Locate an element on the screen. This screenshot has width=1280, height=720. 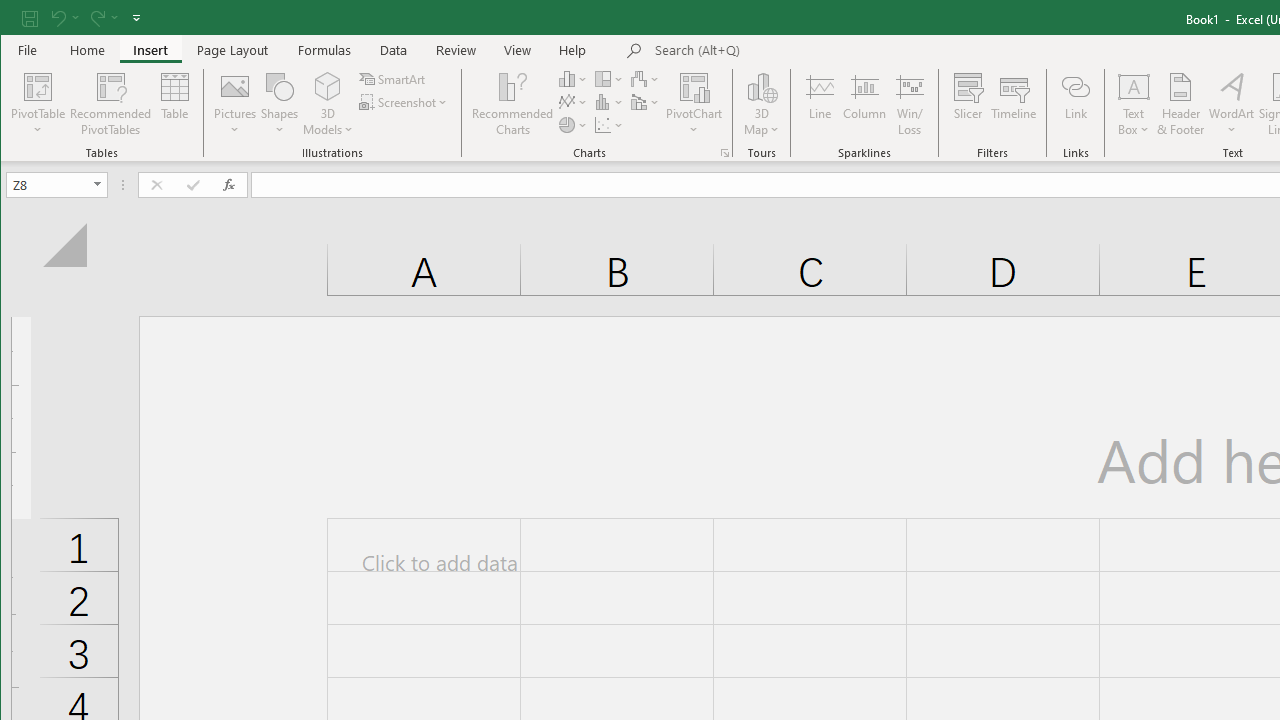
'SmartArt...' is located at coordinates (394, 78).